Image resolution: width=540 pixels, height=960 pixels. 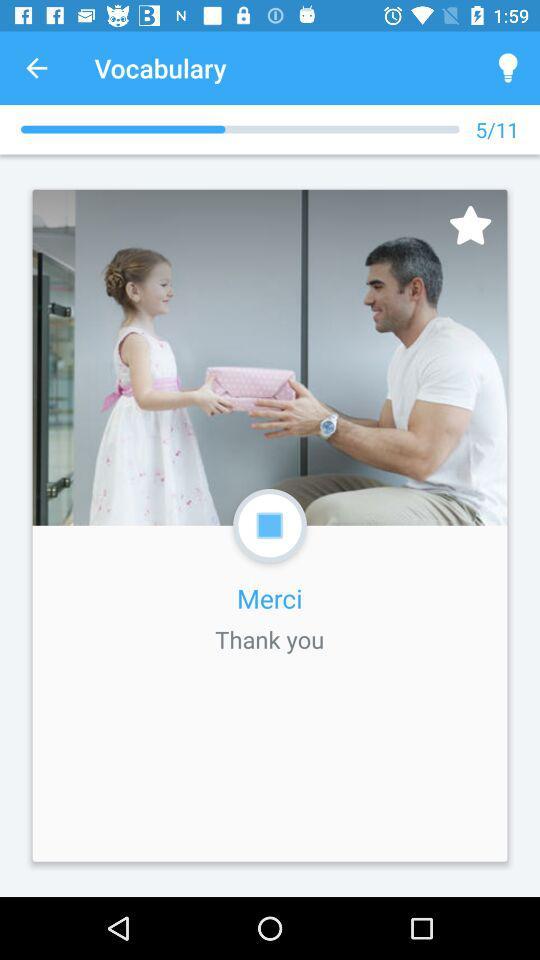 I want to click on to favorites, so click(x=470, y=225).